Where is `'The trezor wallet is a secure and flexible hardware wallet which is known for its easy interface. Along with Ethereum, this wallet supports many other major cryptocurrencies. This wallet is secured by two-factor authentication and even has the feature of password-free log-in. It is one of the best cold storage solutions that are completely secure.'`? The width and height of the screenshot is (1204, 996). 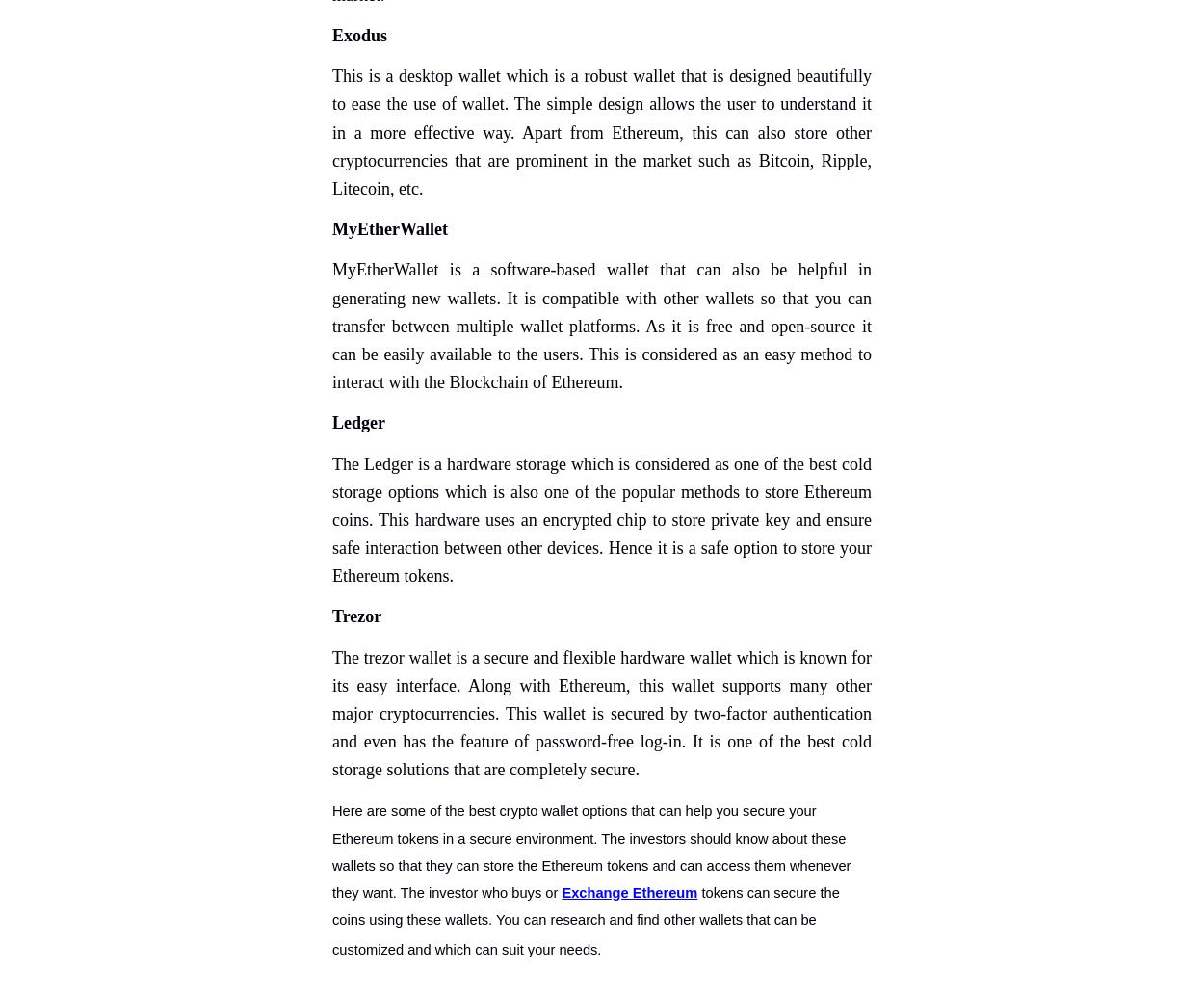 'The trezor wallet is a secure and flexible hardware wallet which is known for its easy interface. Along with Ethereum, this wallet supports many other major cryptocurrencies. This wallet is secured by two-factor authentication and even has the feature of password-free log-in. It is one of the best cold storage solutions that are completely secure.' is located at coordinates (602, 713).